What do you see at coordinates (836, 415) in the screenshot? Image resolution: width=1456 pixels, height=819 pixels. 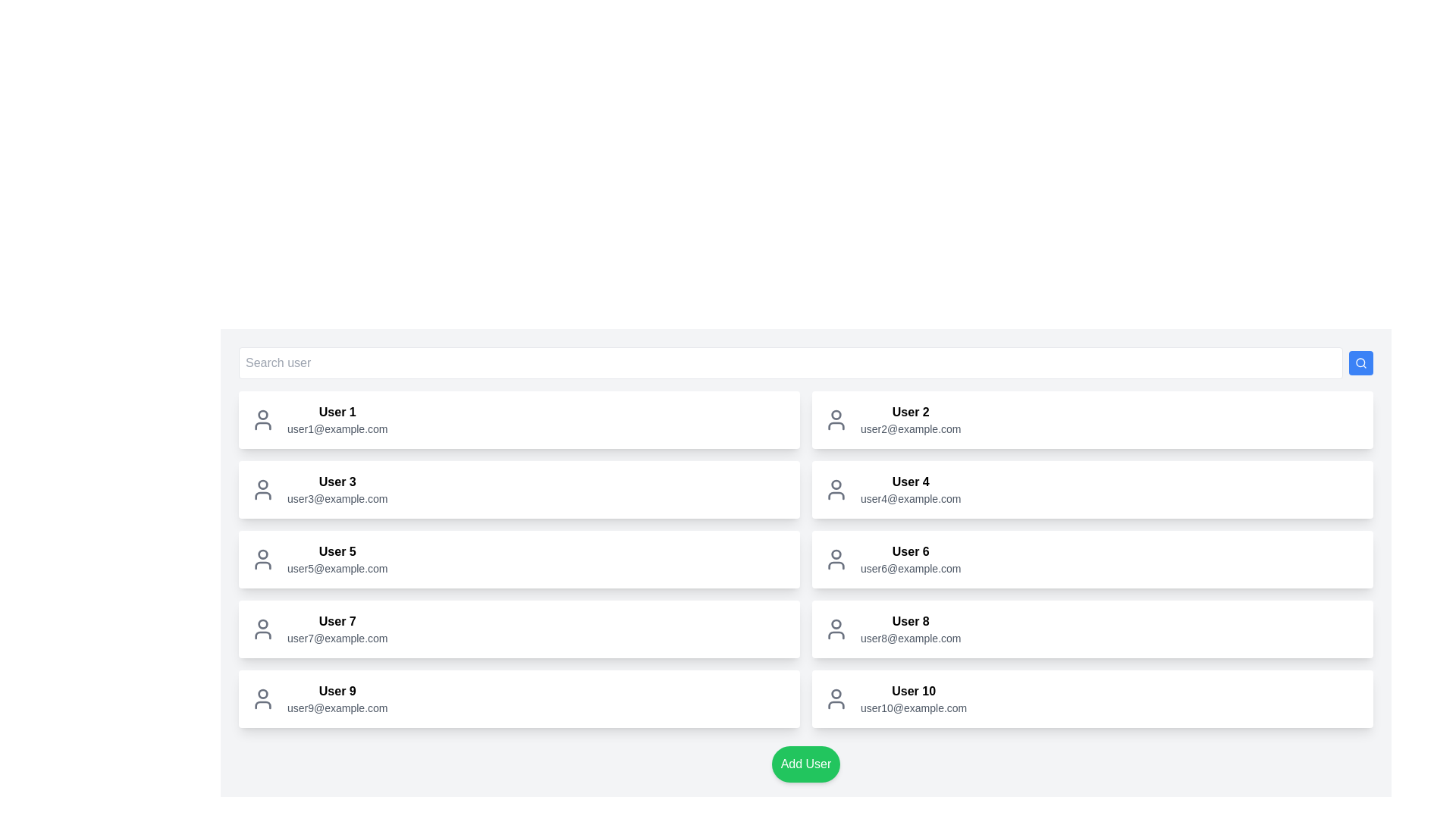 I see `the decorative graphical element that represents 'User 2' in the user icon located in the right-hand column of the list` at bounding box center [836, 415].